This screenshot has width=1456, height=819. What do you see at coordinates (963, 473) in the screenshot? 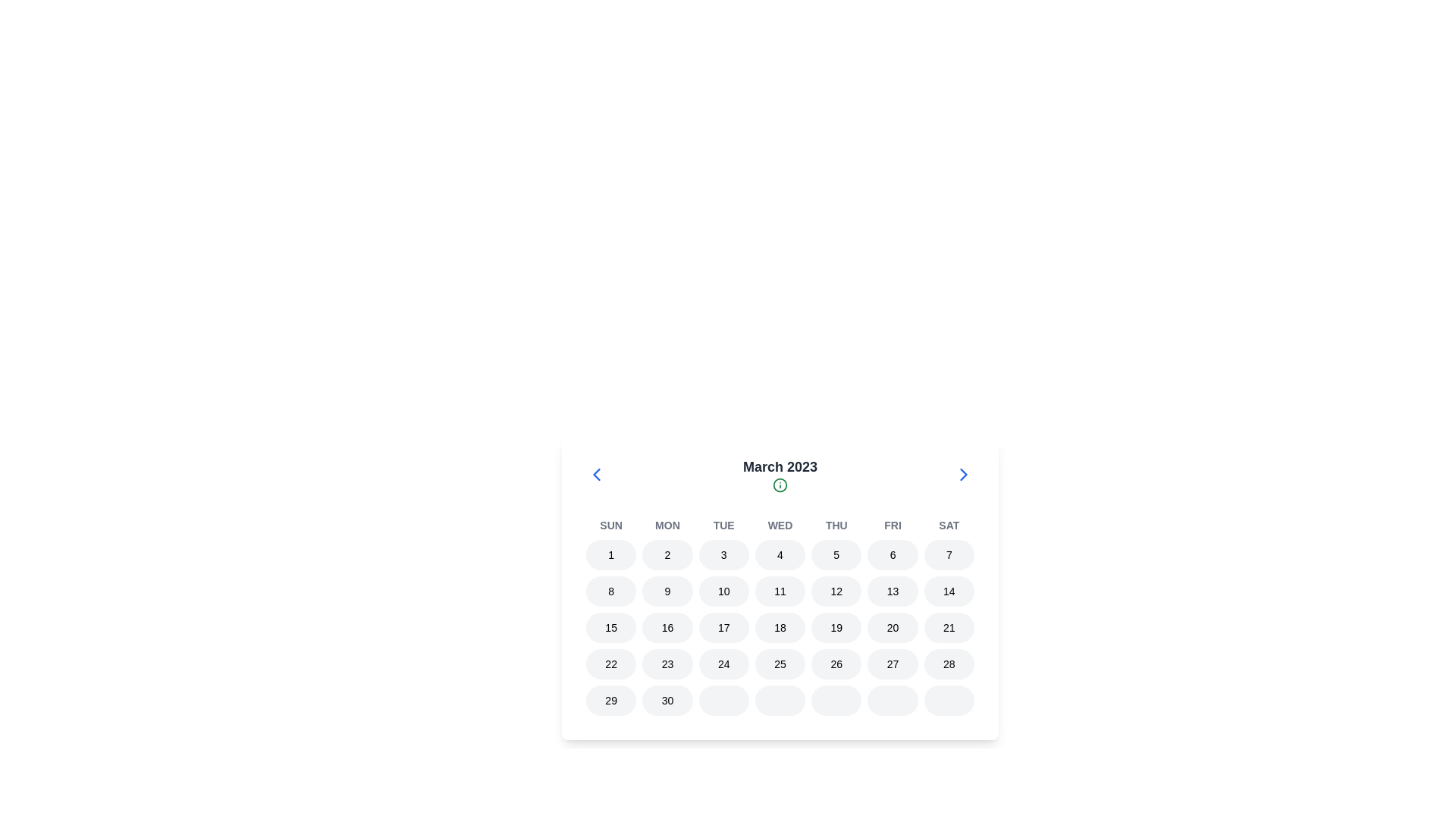
I see `the navigation button located at the top-right corner of the calendar interface, adjacent to the title 'March 2023'` at bounding box center [963, 473].